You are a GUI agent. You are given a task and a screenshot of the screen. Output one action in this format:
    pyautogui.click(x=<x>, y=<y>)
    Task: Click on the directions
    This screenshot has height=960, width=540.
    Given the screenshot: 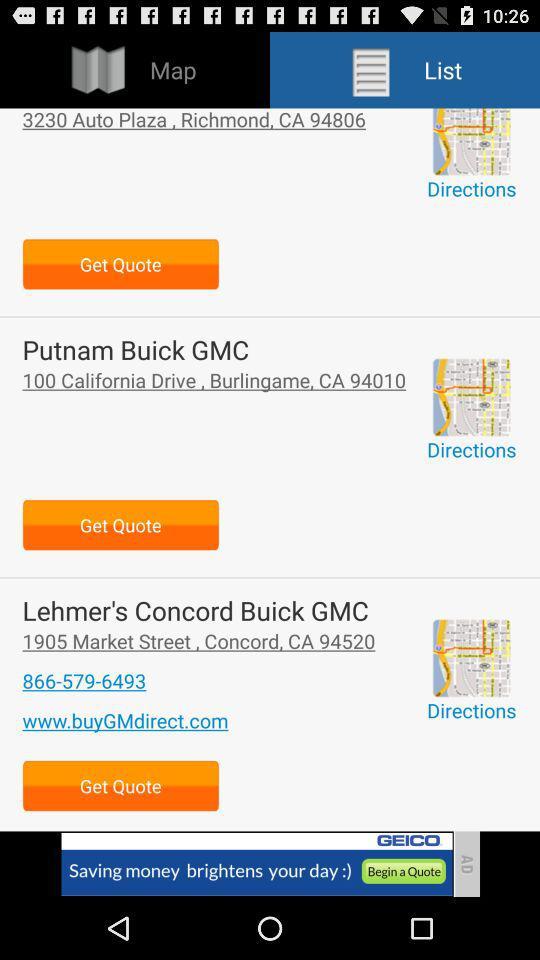 What is the action you would take?
    pyautogui.click(x=471, y=140)
    